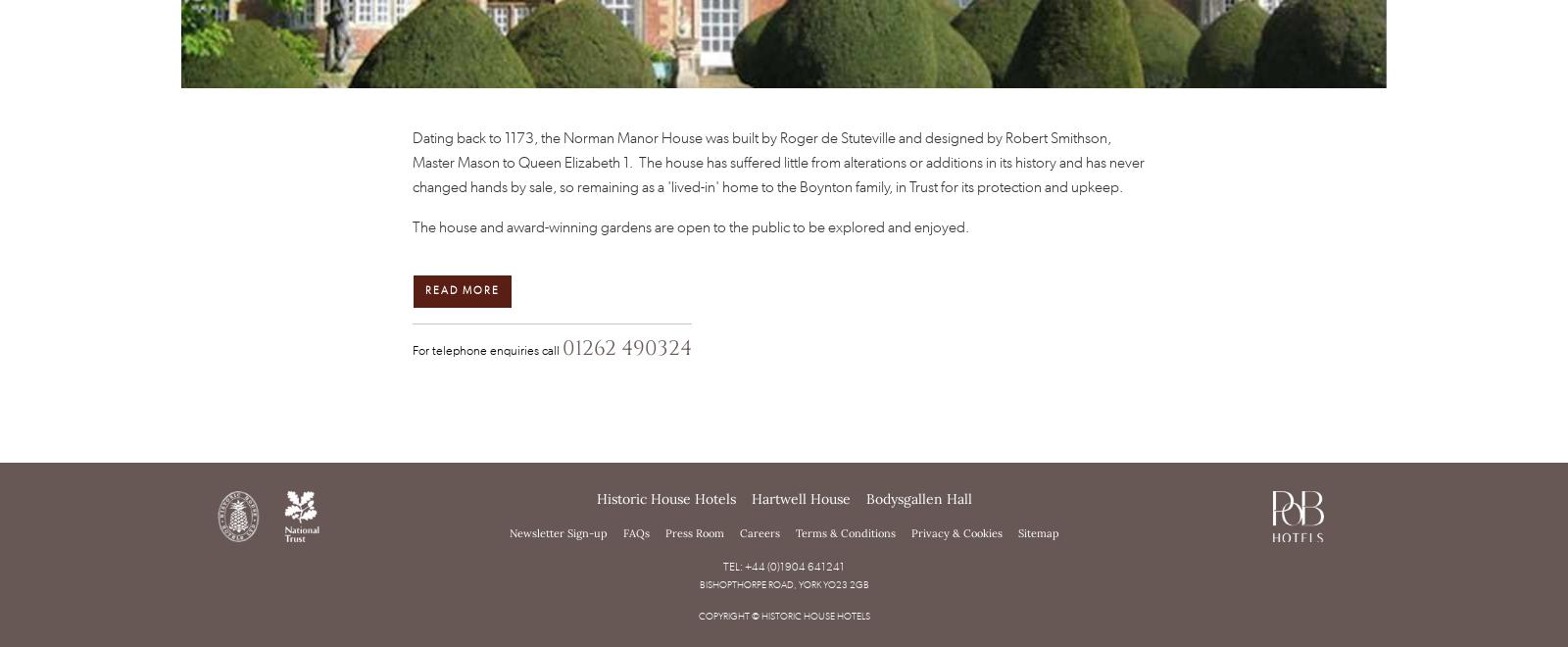  What do you see at coordinates (411, 160) in the screenshot?
I see `'Dating back to 1173, the Norman Manor House was built by Roger de Stuteville and designed by Robert Smithson, Master Mason to Queen Elizabeth 1.  The house has suffered little from alterations or additions in its history and has never changed hands by sale, so remaining as a 'lived-in' home to the Boynton family, in Trust for its protection and upkeep.'` at bounding box center [411, 160].